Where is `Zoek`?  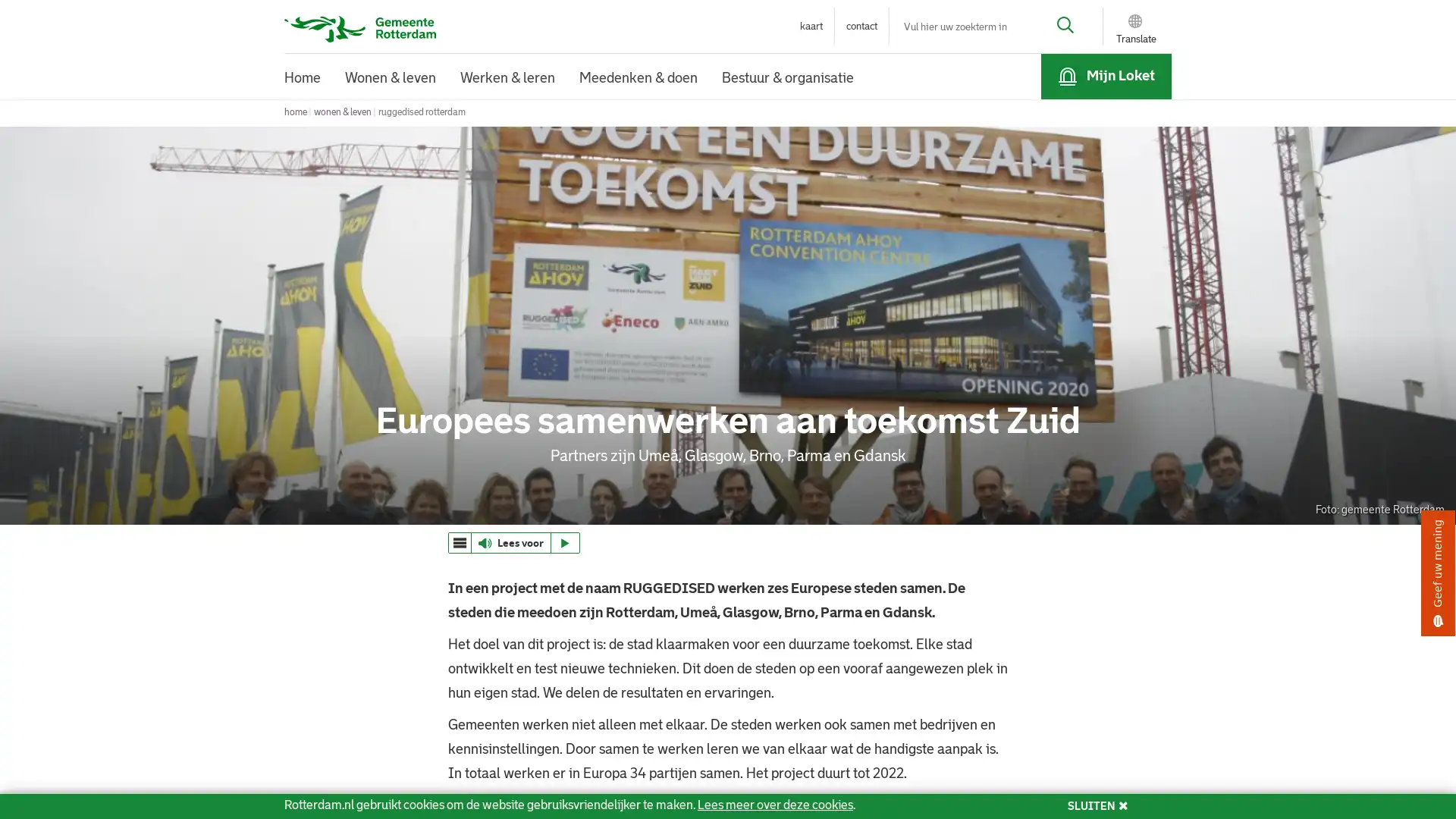
Zoek is located at coordinates (1053, 27).